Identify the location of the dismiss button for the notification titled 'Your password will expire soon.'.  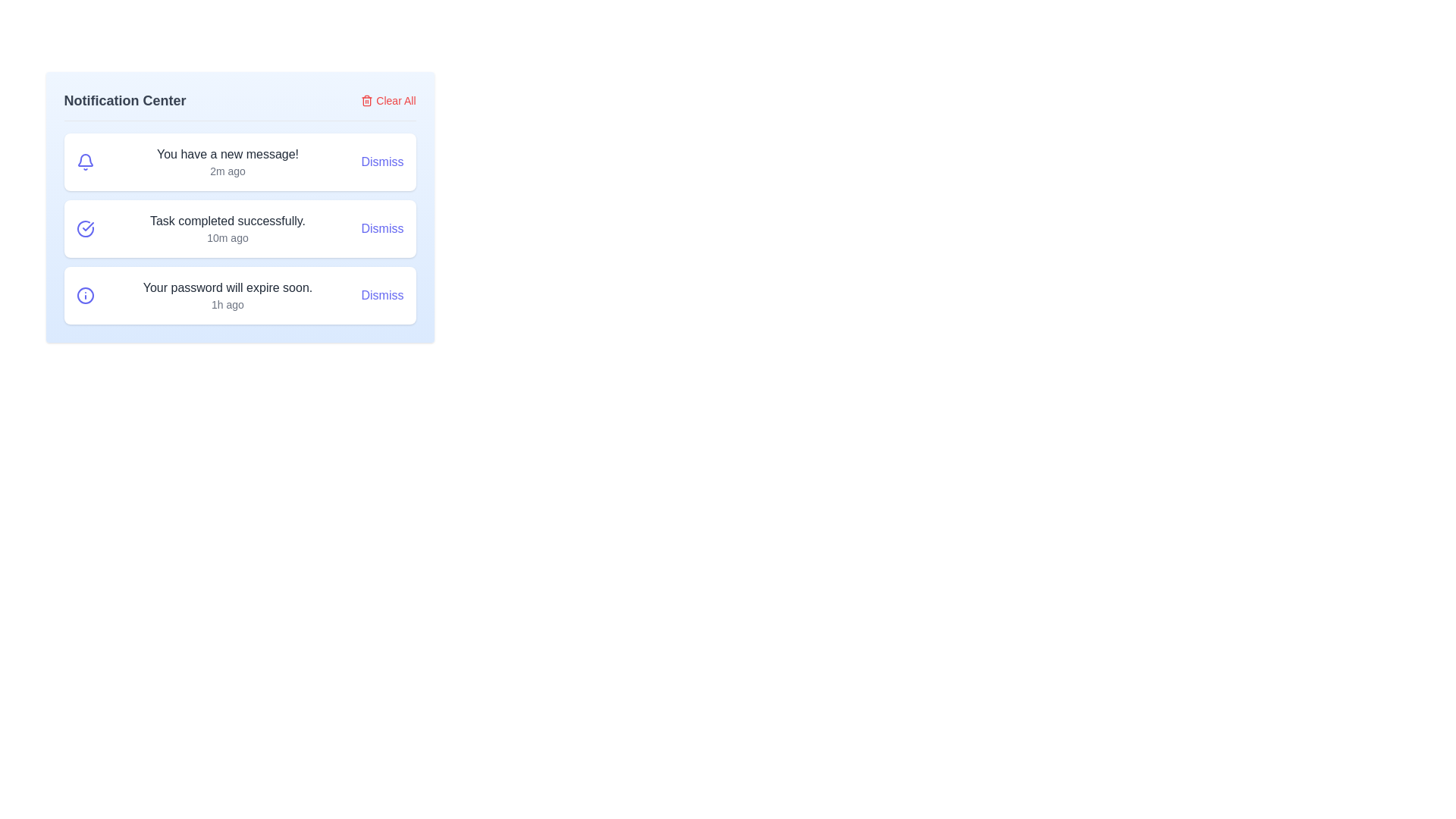
(382, 295).